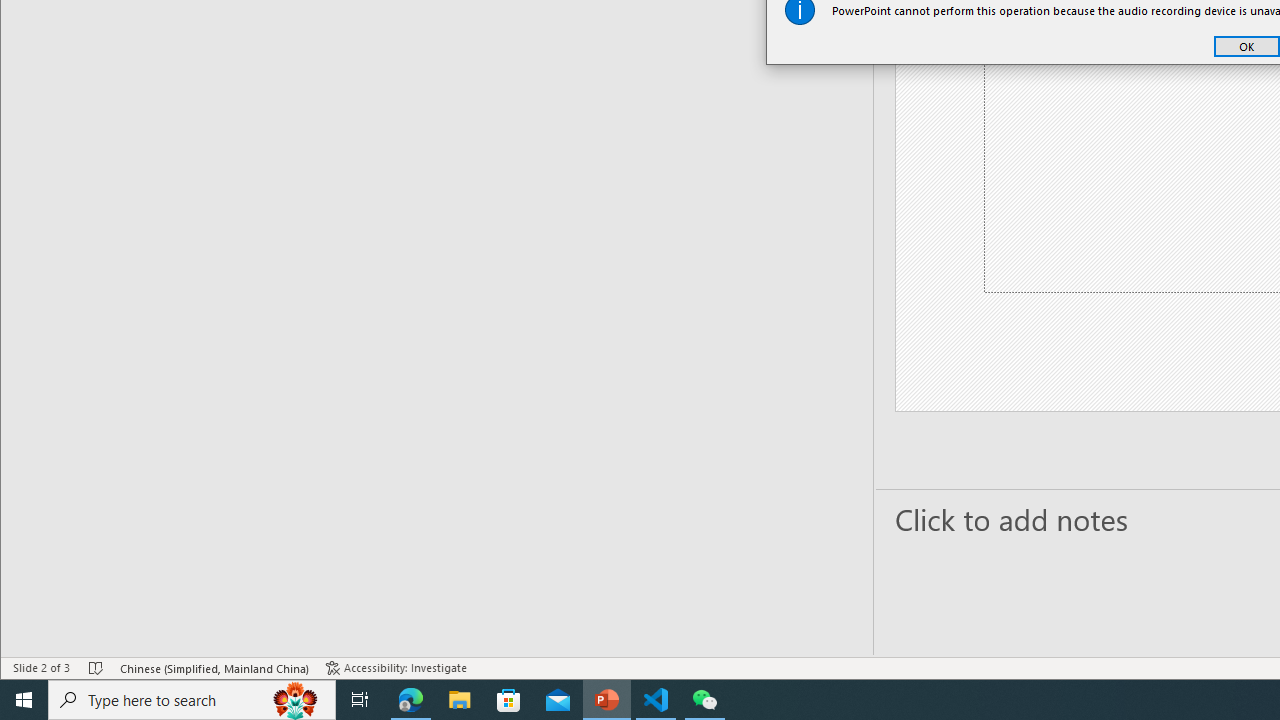  What do you see at coordinates (705, 698) in the screenshot?
I see `'WeChat - 1 running window'` at bounding box center [705, 698].